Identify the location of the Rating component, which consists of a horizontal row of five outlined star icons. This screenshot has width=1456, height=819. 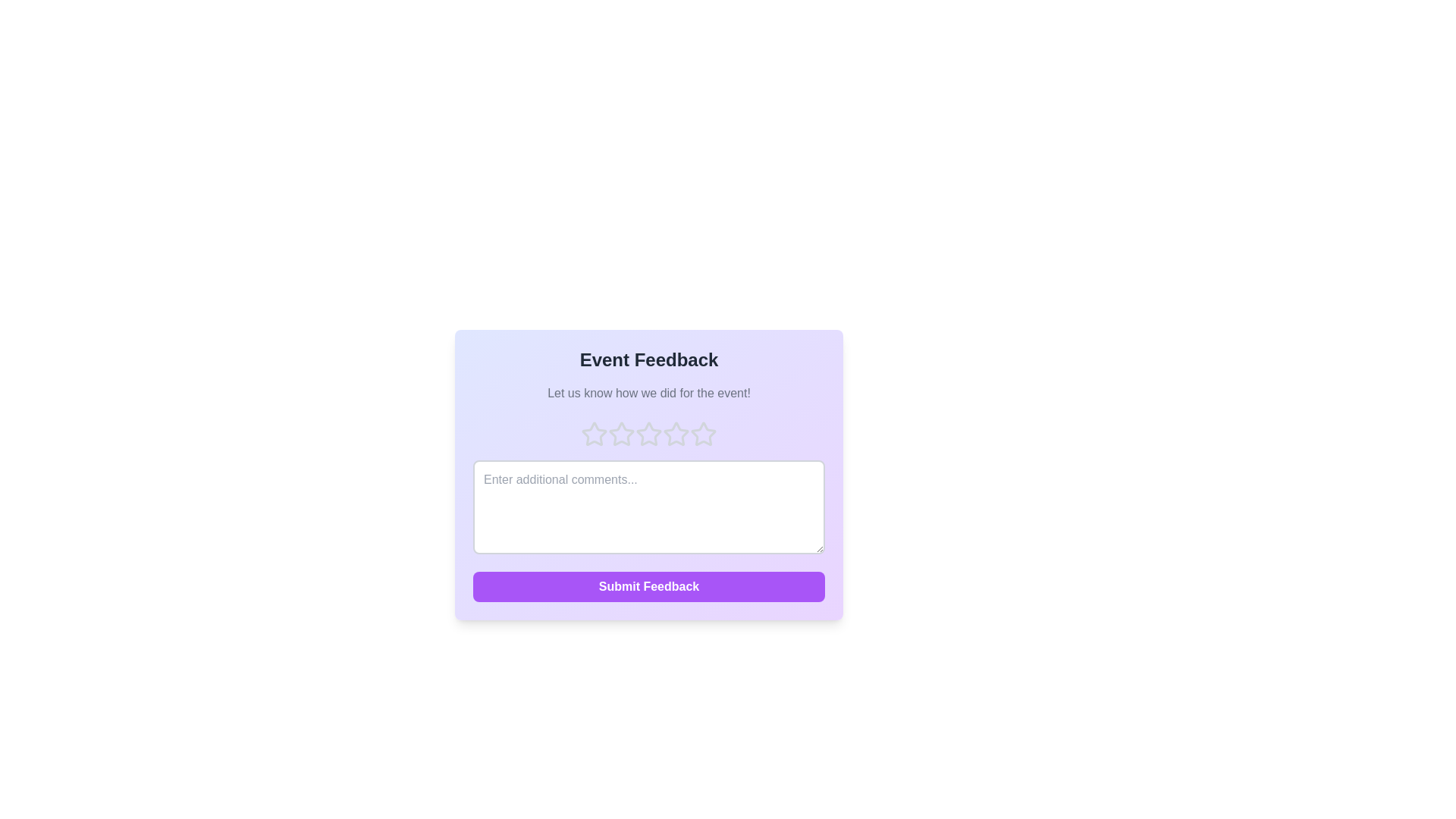
(648, 435).